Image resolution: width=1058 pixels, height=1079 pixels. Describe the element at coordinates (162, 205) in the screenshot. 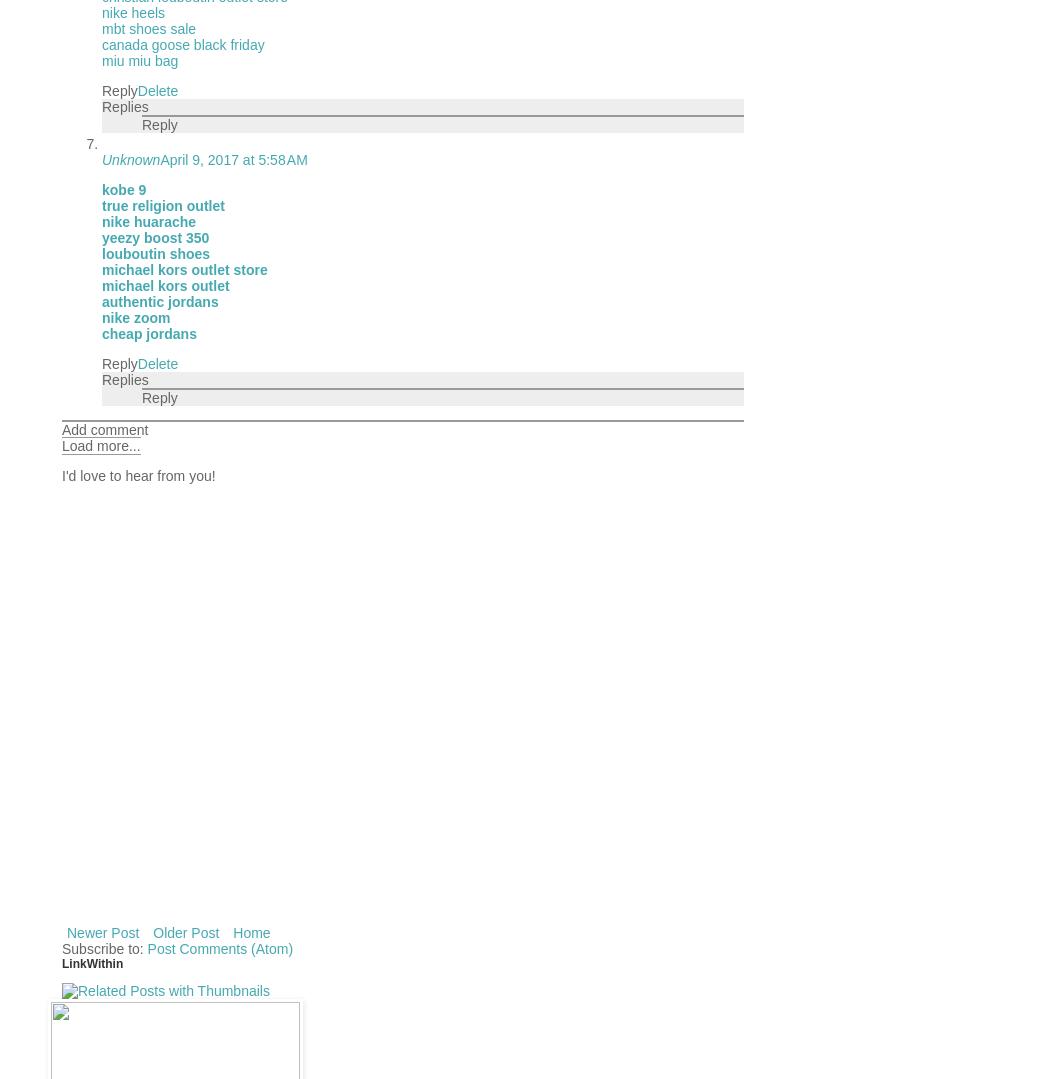

I see `'true religion outlet'` at that location.